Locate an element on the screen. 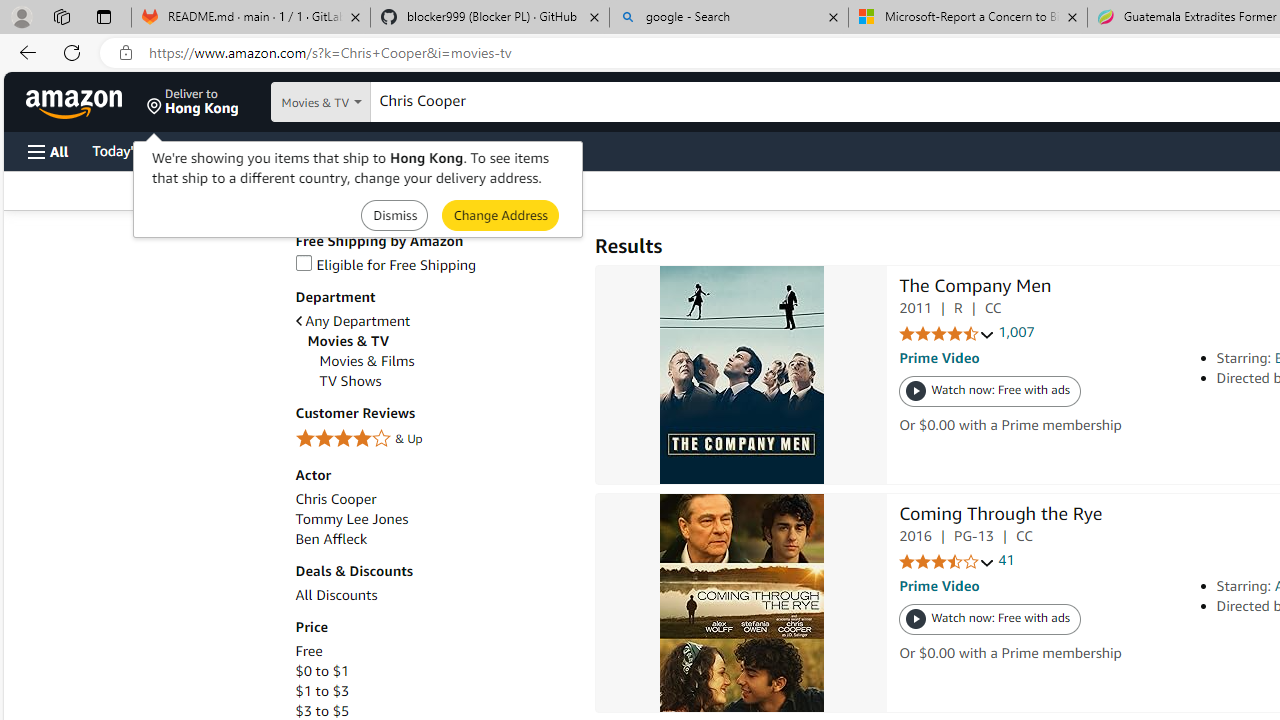  '41' is located at coordinates (1006, 560).